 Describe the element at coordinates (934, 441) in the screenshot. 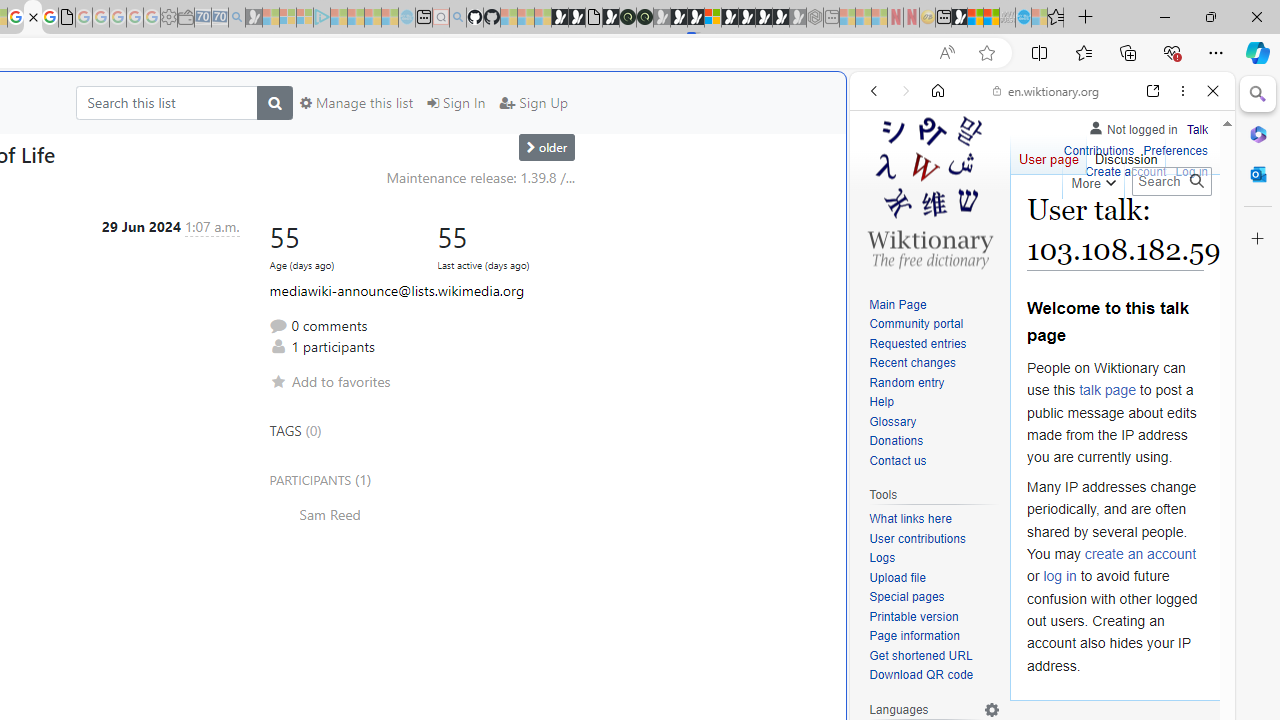

I see `'Donations'` at that location.